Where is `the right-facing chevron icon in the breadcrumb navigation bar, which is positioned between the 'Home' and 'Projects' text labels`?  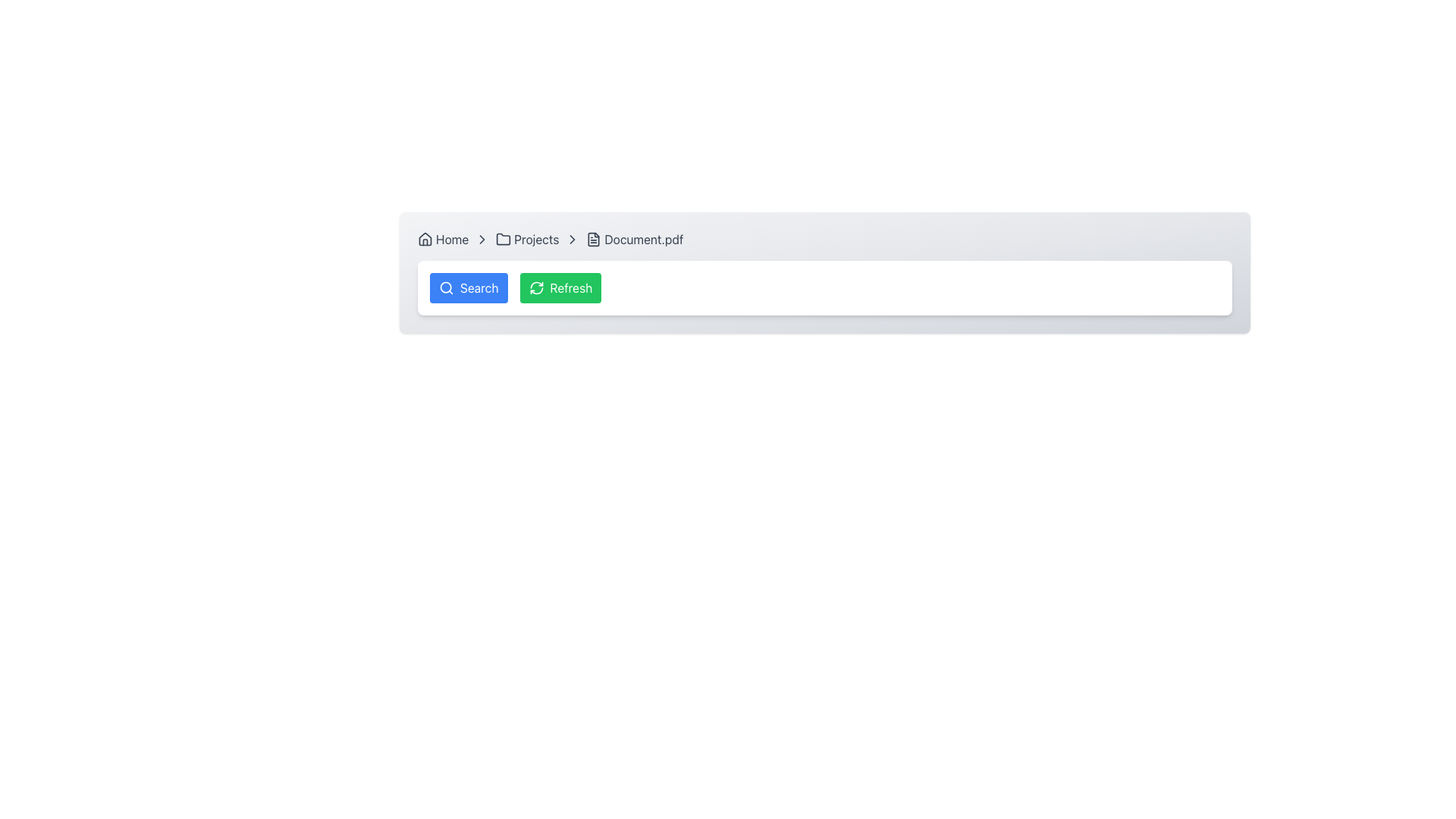
the right-facing chevron icon in the breadcrumb navigation bar, which is positioned between the 'Home' and 'Projects' text labels is located at coordinates (482, 239).